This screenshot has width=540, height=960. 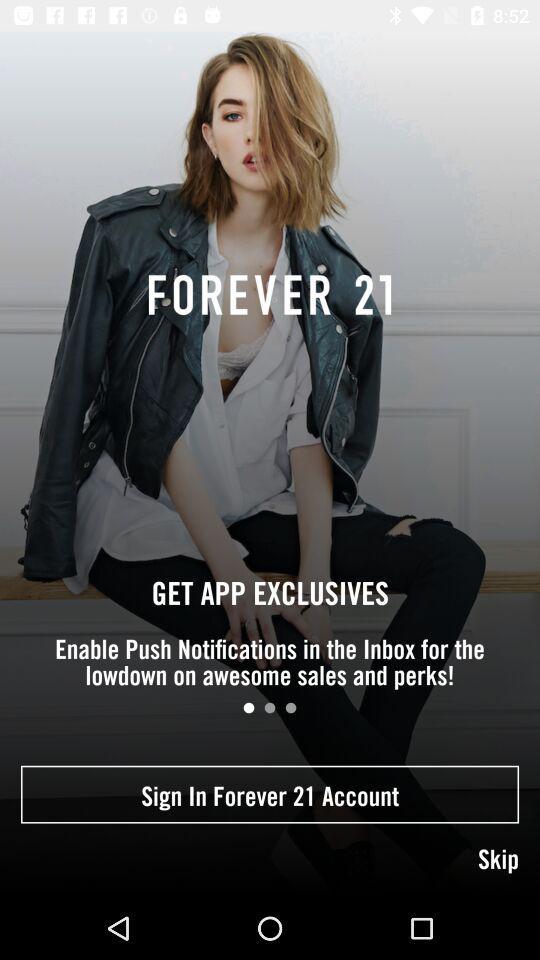 What do you see at coordinates (290, 708) in the screenshot?
I see `item below the enable push notifications item` at bounding box center [290, 708].